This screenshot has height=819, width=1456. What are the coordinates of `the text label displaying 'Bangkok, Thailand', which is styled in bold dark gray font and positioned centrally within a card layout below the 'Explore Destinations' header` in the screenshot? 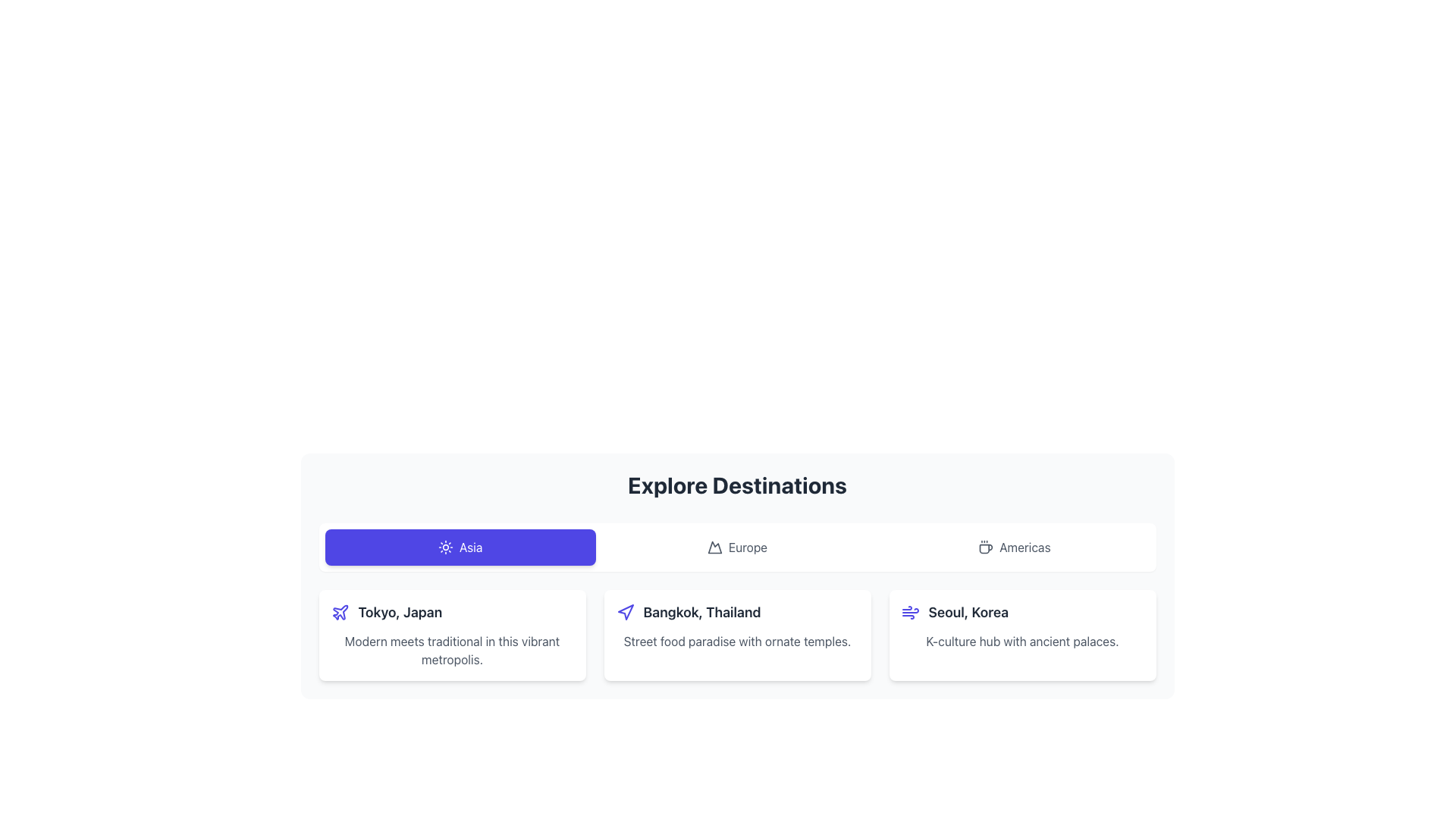 It's located at (701, 611).